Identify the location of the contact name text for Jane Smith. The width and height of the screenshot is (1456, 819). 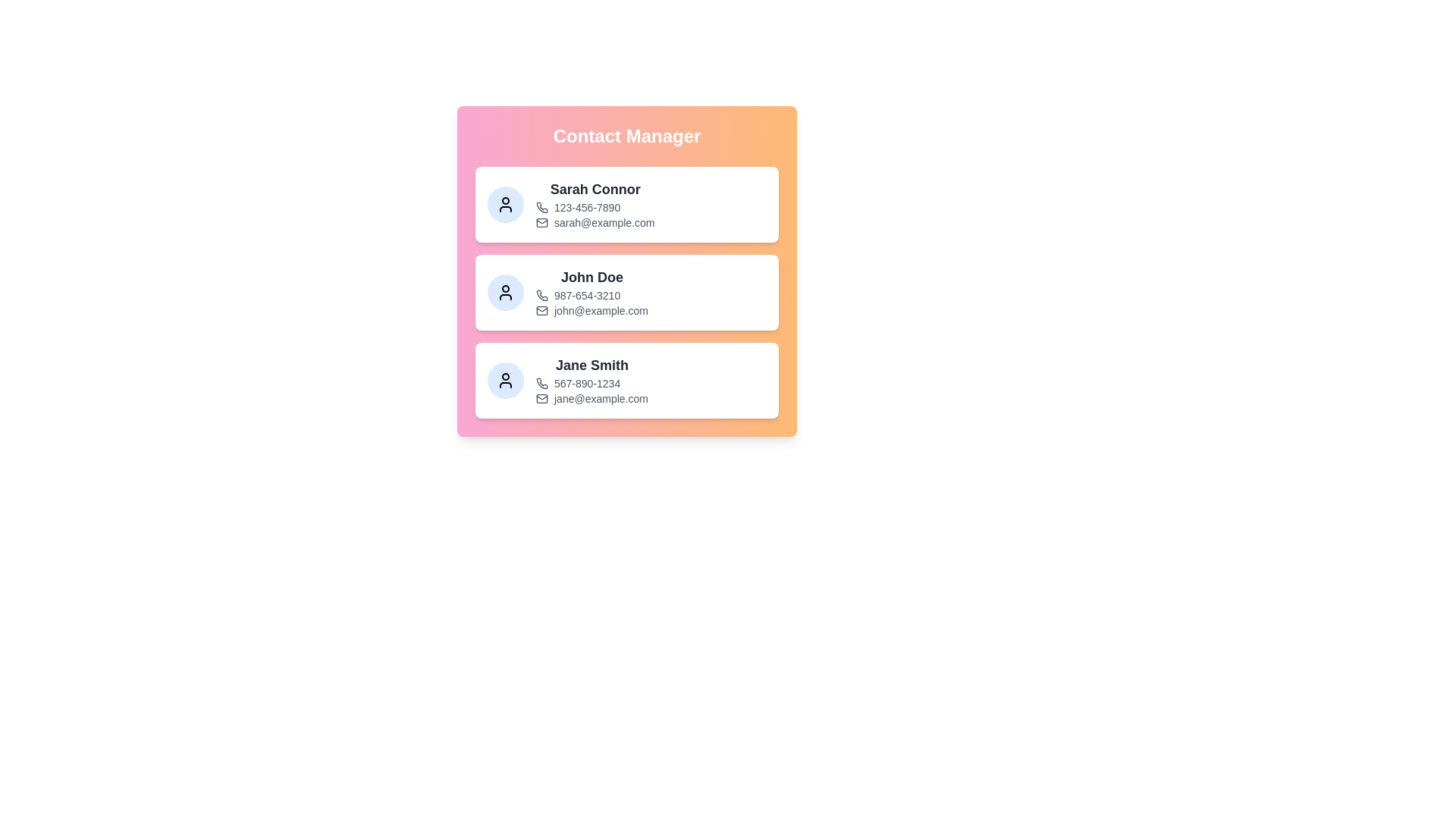
(591, 366).